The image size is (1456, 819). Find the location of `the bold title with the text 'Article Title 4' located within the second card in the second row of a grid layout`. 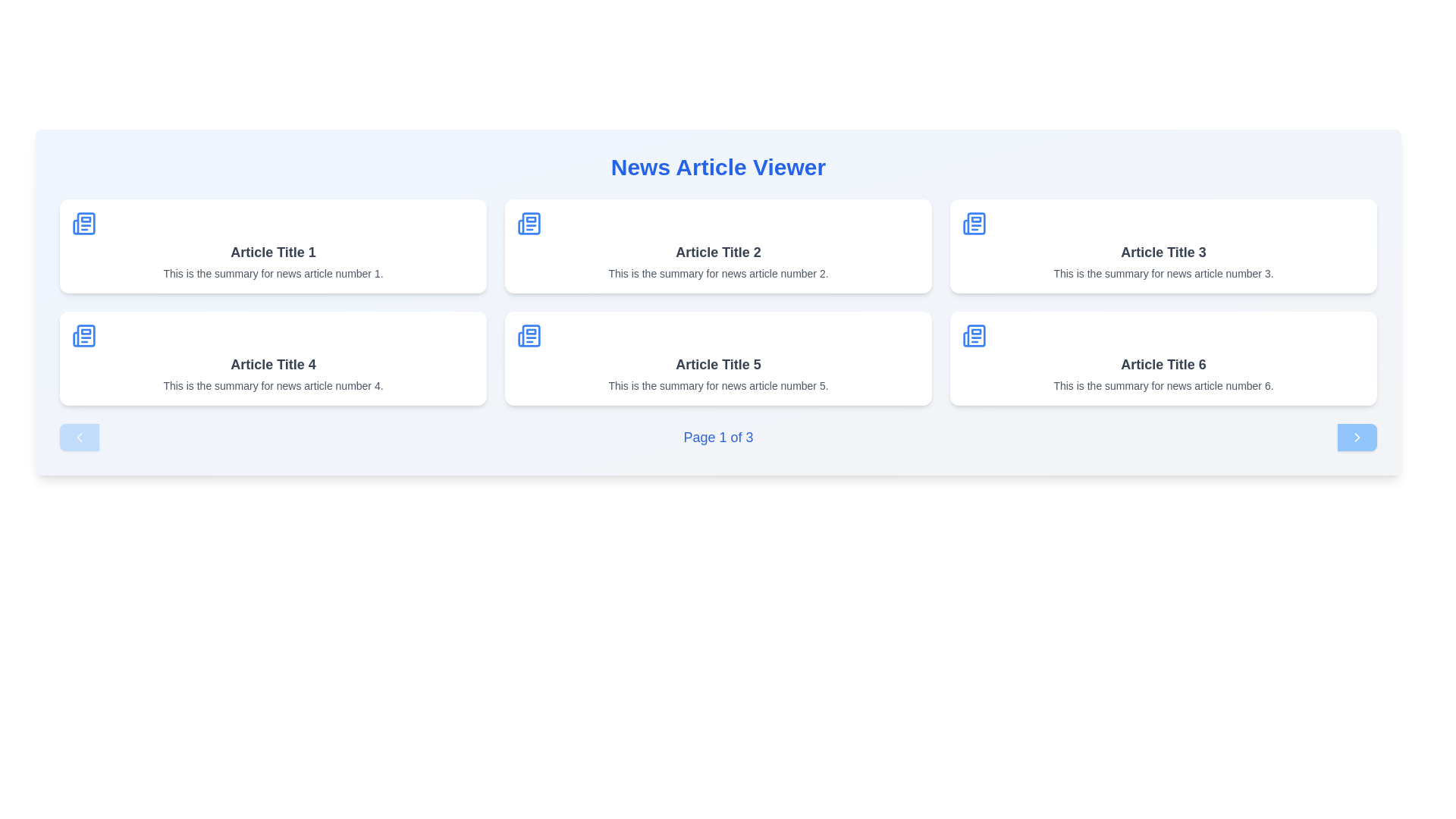

the bold title with the text 'Article Title 4' located within the second card in the second row of a grid layout is located at coordinates (273, 365).